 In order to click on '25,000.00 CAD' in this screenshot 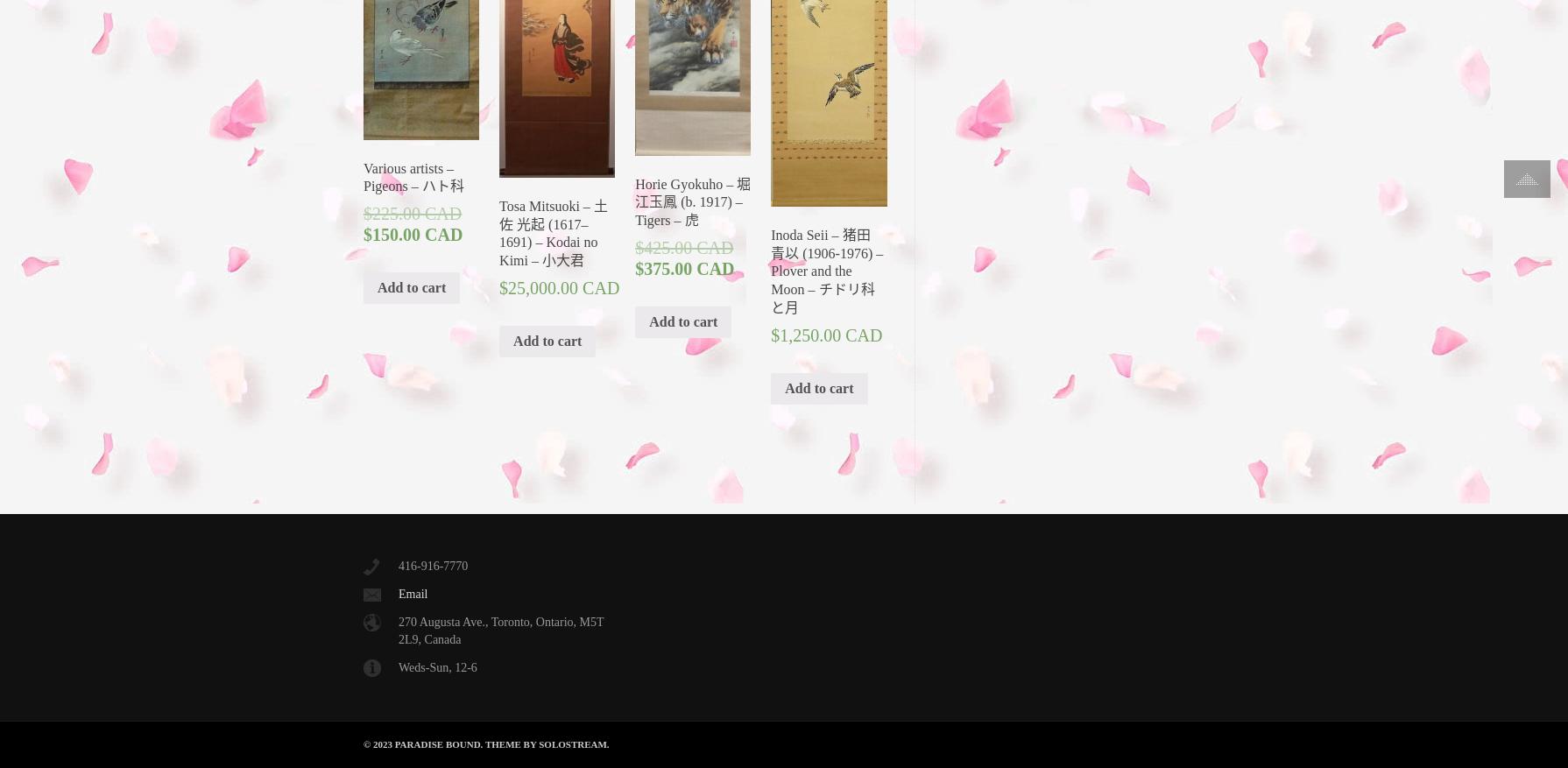, I will do `click(506, 286)`.